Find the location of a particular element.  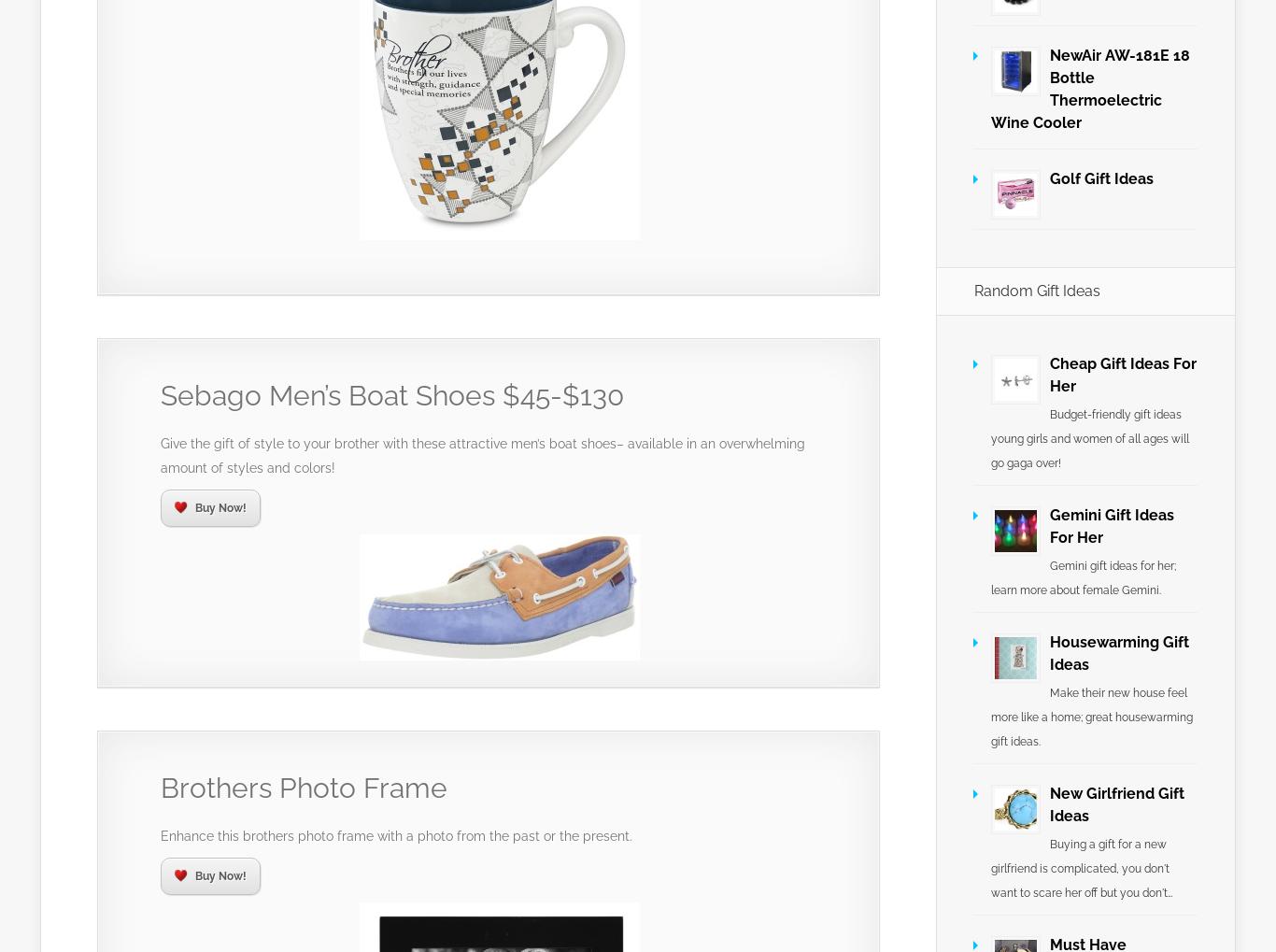

'Enhance this brothers photo frame with a photo from the past or the present.' is located at coordinates (395, 835).